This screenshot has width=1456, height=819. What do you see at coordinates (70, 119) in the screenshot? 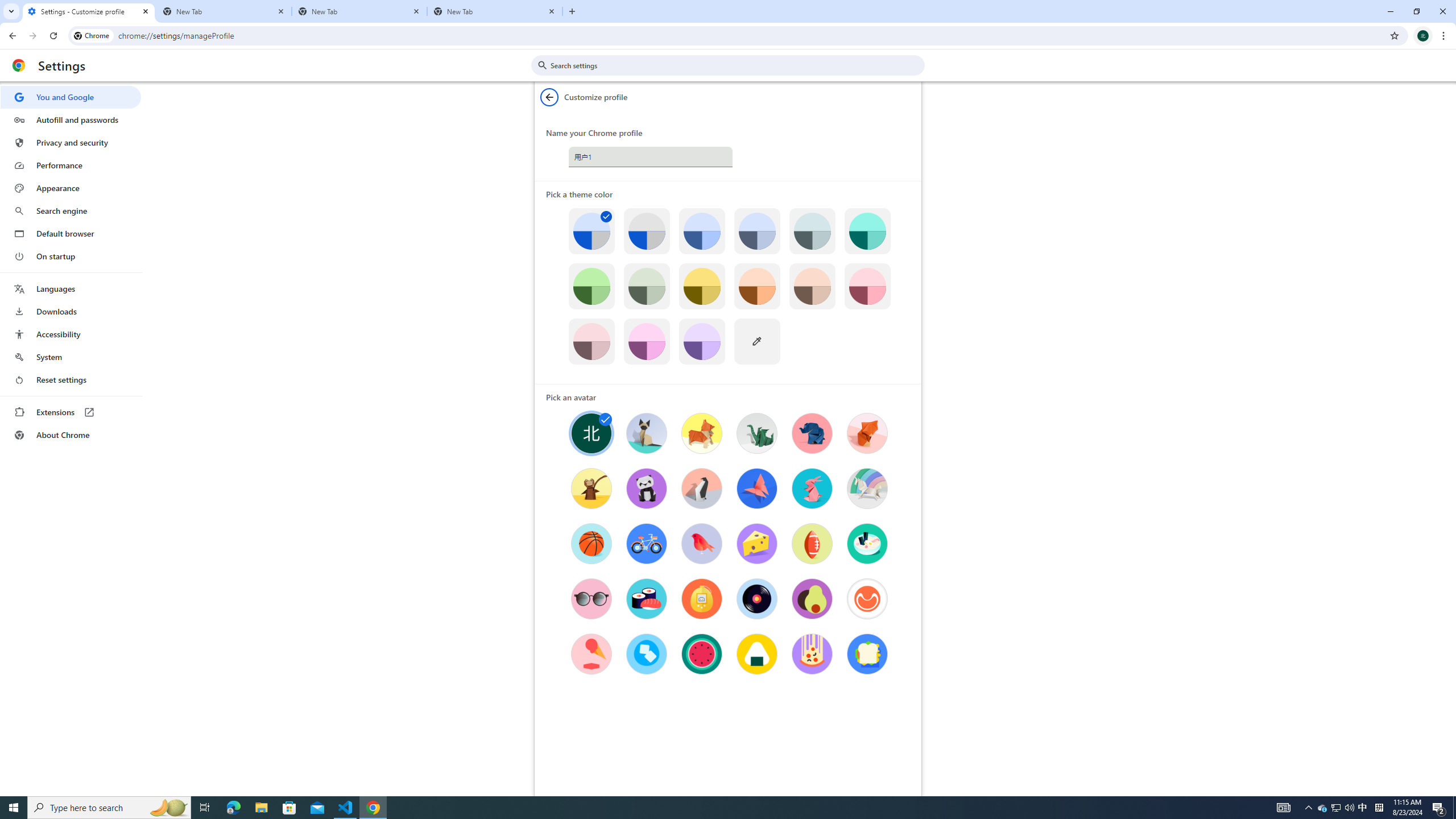
I see `'Autofill and passwords'` at bounding box center [70, 119].